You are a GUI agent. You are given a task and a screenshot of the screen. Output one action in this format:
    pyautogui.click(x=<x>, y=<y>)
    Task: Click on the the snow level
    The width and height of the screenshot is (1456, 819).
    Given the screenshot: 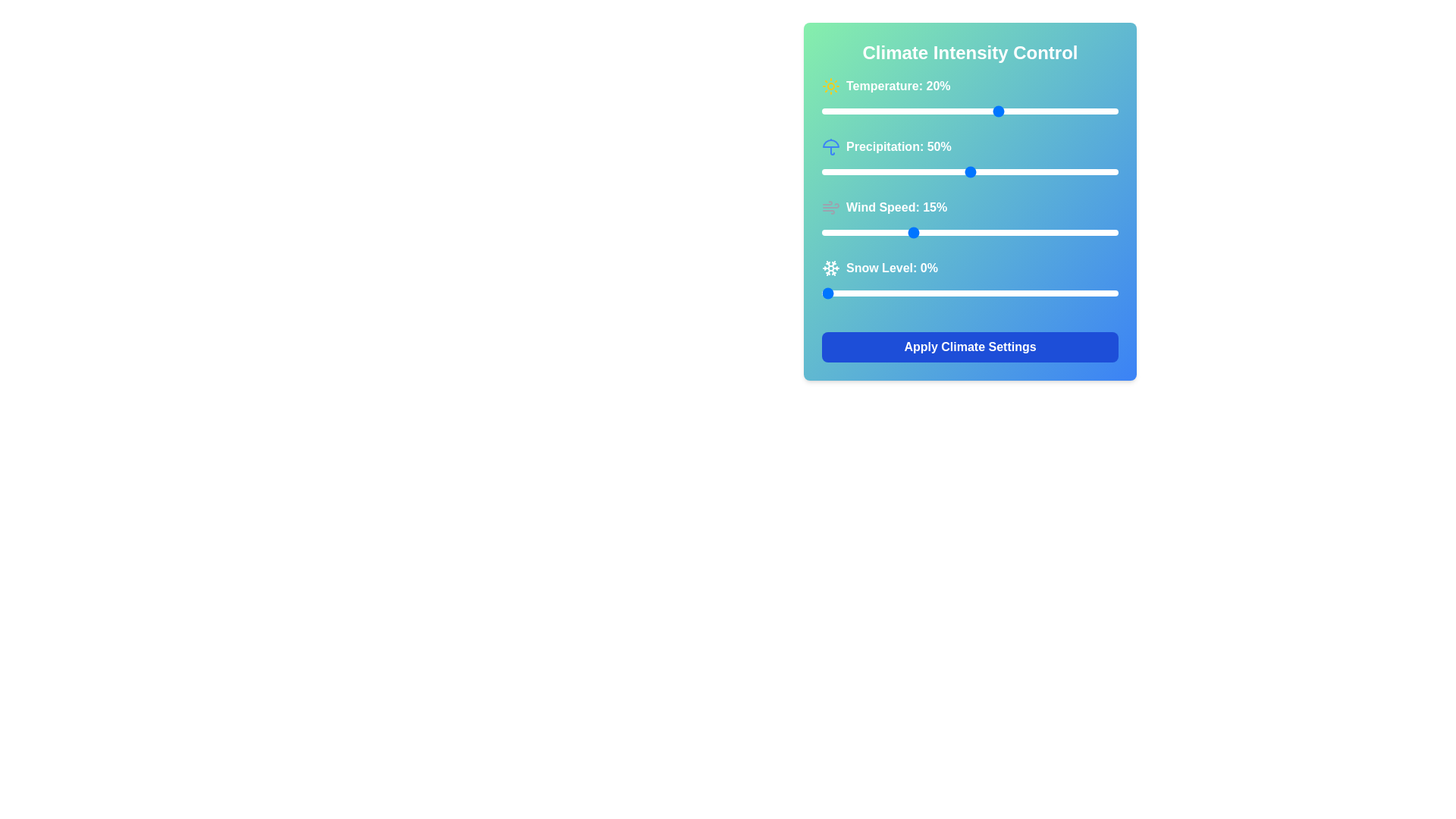 What is the action you would take?
    pyautogui.click(x=827, y=293)
    